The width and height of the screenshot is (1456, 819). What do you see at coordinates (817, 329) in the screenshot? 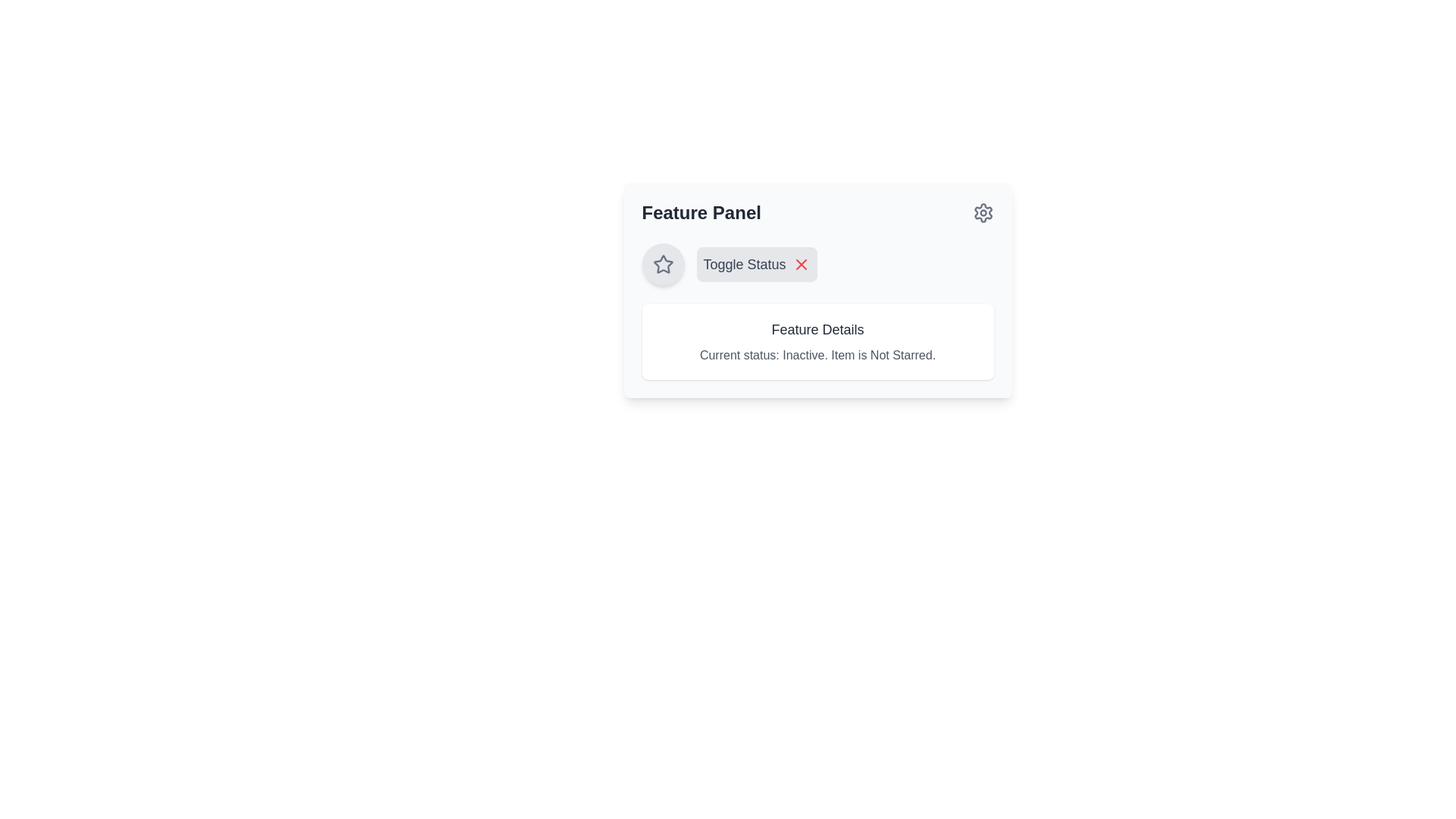
I see `the text label displaying 'Feature Details' which is located at the top of the white box in the 'Feature Panel'` at bounding box center [817, 329].